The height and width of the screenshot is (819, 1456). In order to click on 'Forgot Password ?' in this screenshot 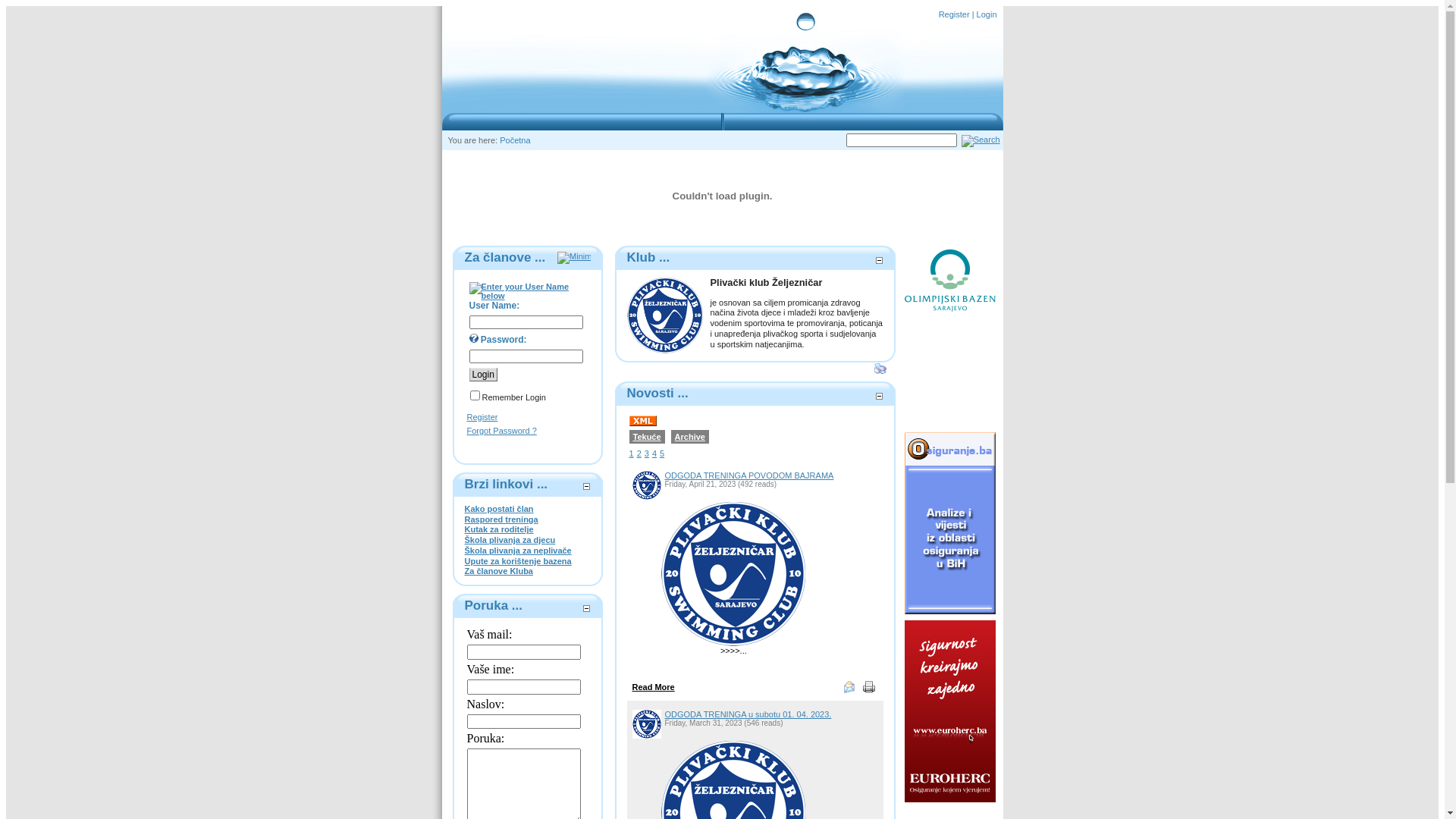, I will do `click(502, 430)`.